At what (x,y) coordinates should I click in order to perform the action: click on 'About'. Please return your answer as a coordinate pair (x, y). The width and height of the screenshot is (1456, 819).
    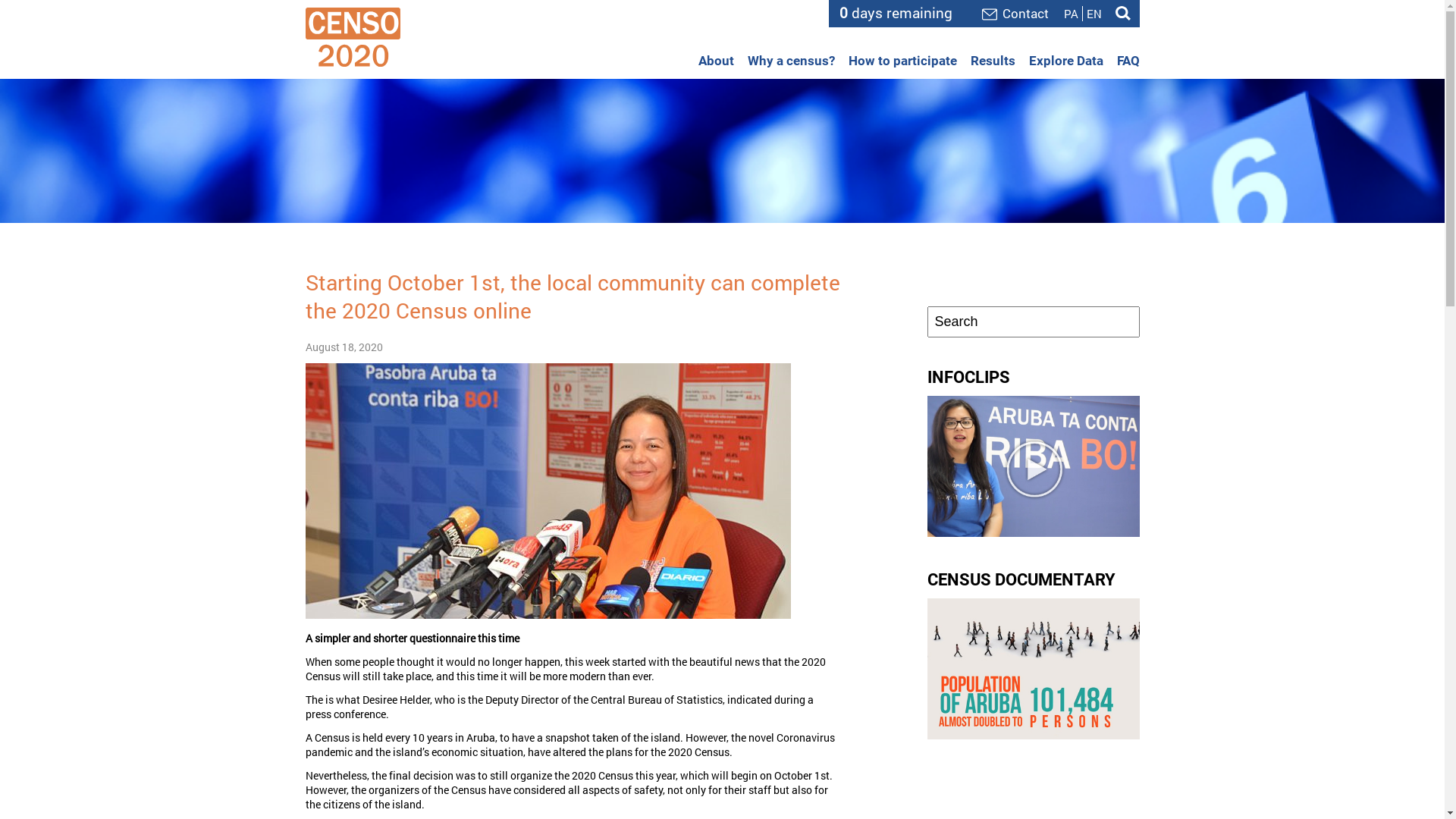
    Looking at the image, I should click on (714, 60).